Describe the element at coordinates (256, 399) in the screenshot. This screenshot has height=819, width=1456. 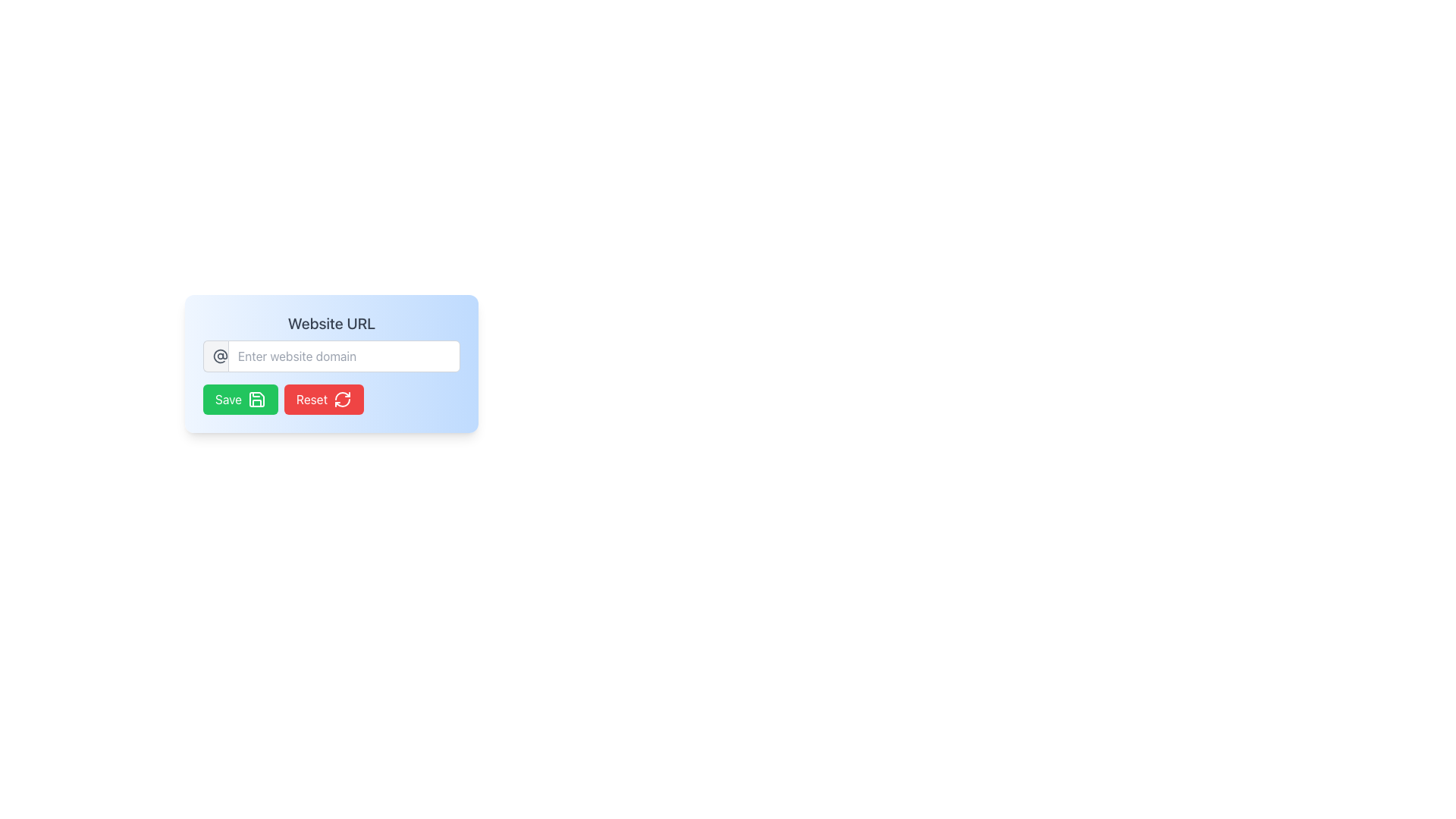
I see `the 'Save' button icon located in the lower-left part of the light blue panel titled 'Website URL'` at that location.